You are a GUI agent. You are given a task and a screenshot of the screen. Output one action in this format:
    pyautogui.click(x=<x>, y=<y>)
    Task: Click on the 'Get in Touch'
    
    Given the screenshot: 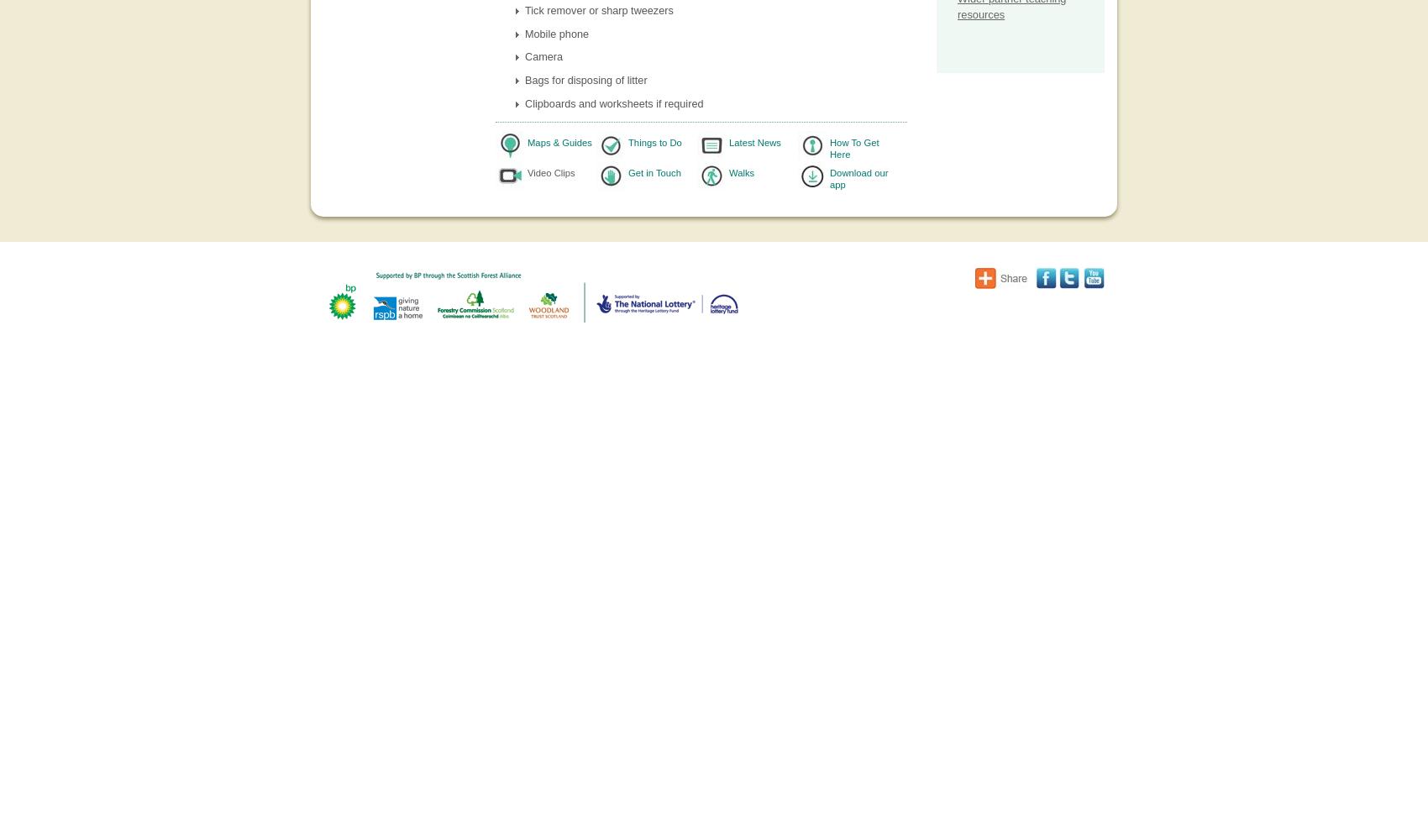 What is the action you would take?
    pyautogui.click(x=653, y=171)
    